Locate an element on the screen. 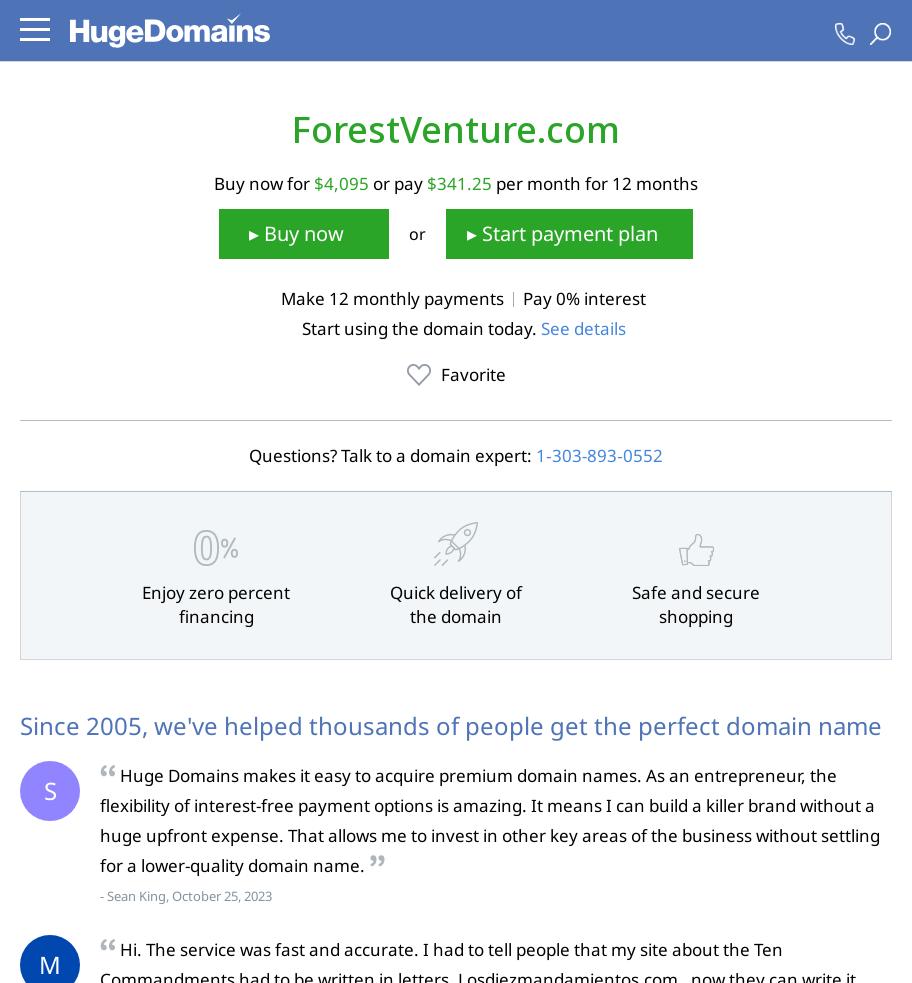 The height and width of the screenshot is (983, 912). 'Start using the domain today.' is located at coordinates (419, 327).